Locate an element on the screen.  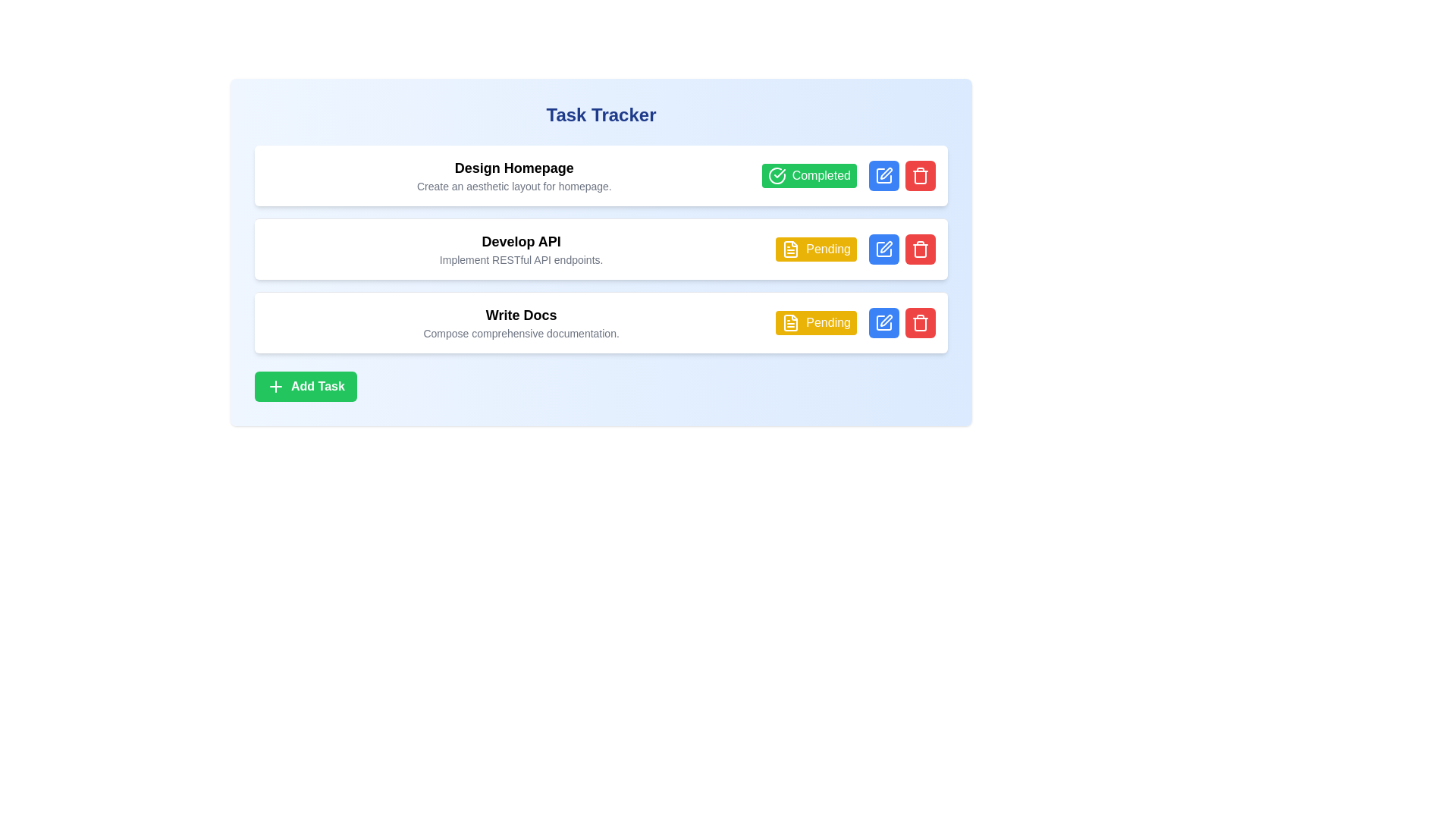
the 'Write Docs' text label, which is styled in bold and larger font, located at the top of the third task item in the task tracker interface is located at coordinates (521, 315).